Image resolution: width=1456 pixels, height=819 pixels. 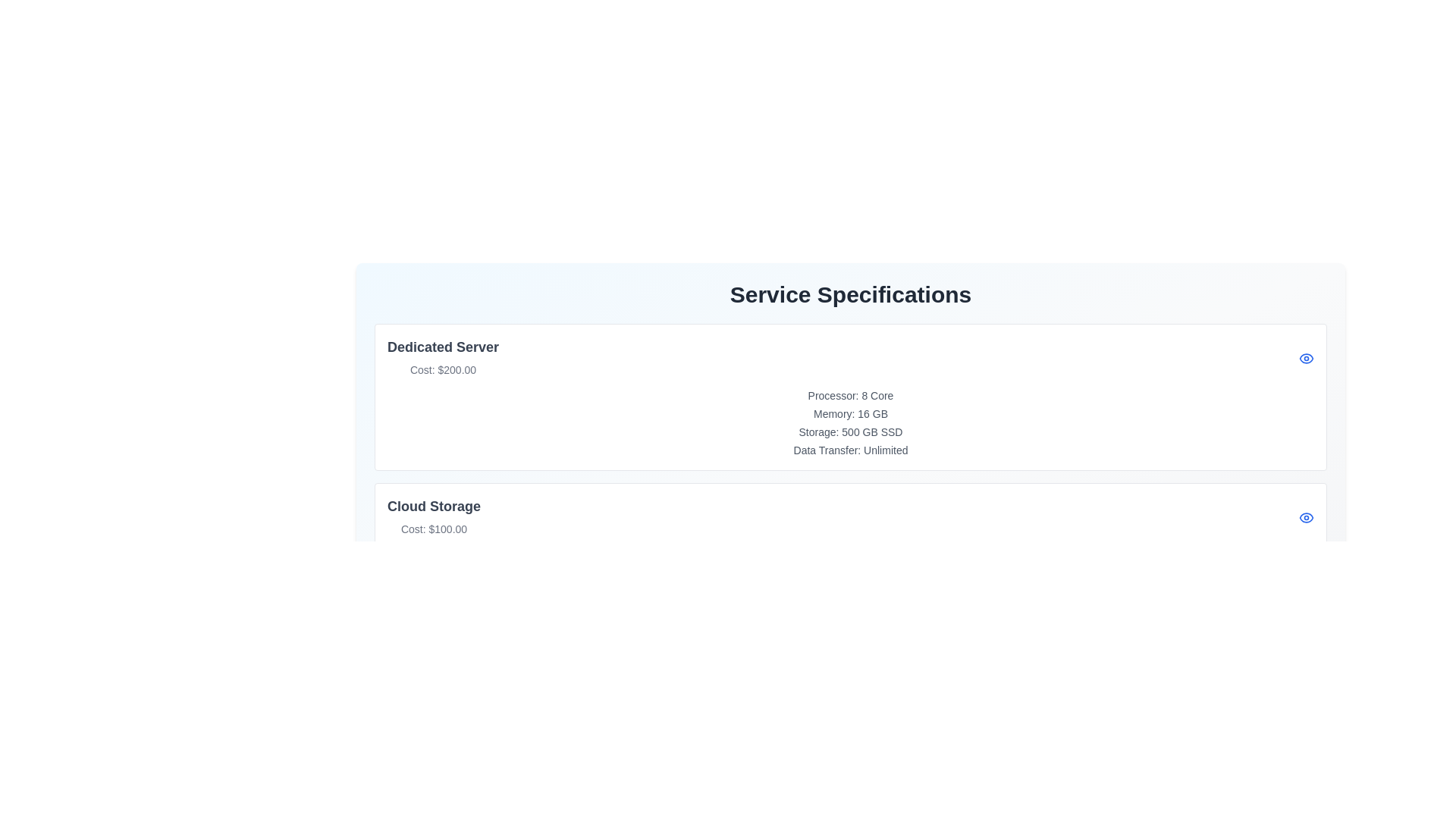 What do you see at coordinates (433, 516) in the screenshot?
I see `the 'Cloud Storage' text block that displays information about the service and its cost, located below the 'Dedicated Server' section and is the leftmost text entry among its siblings` at bounding box center [433, 516].